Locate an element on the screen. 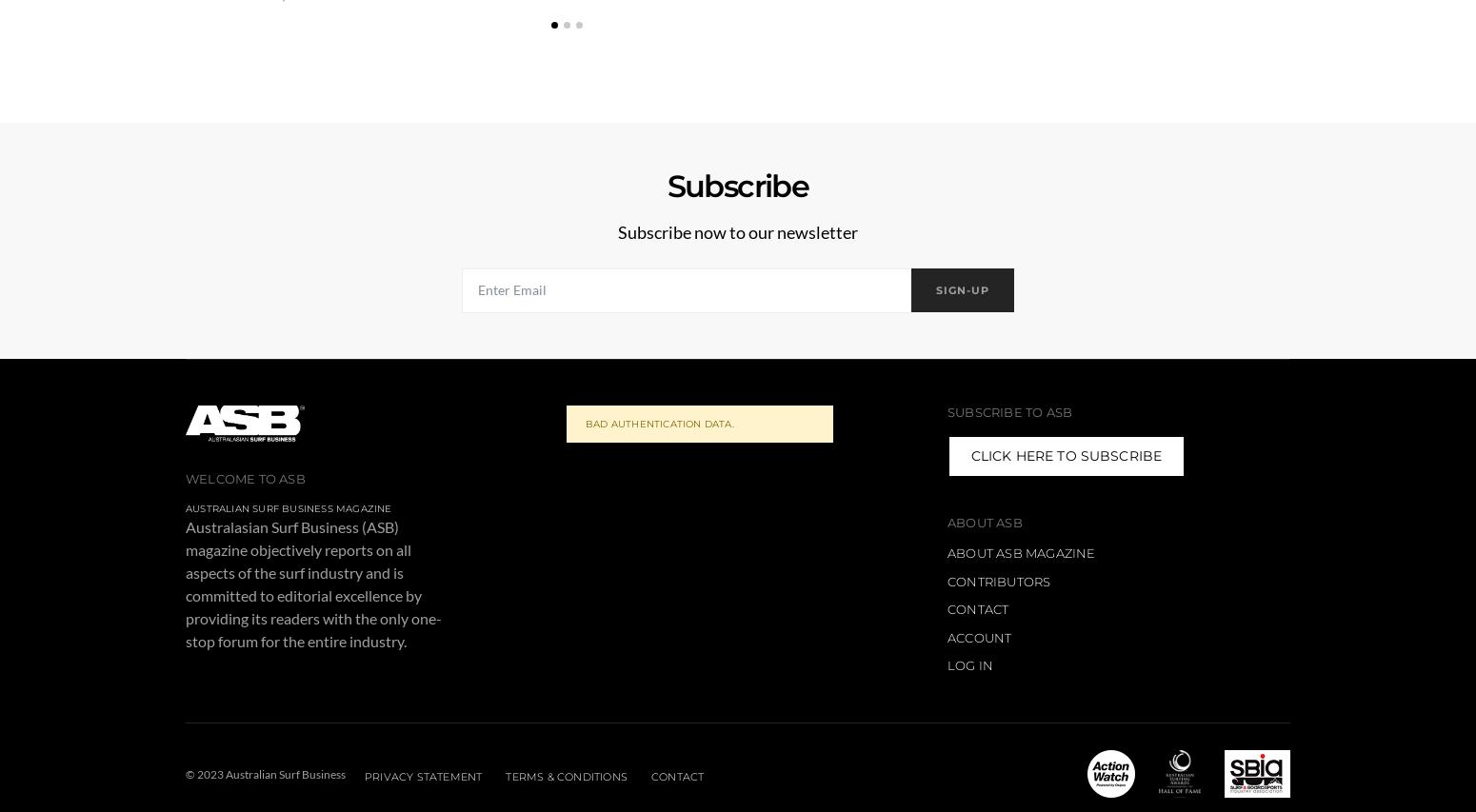 The image size is (1476, 812). 'Editor' is located at coordinates (1427, 9).